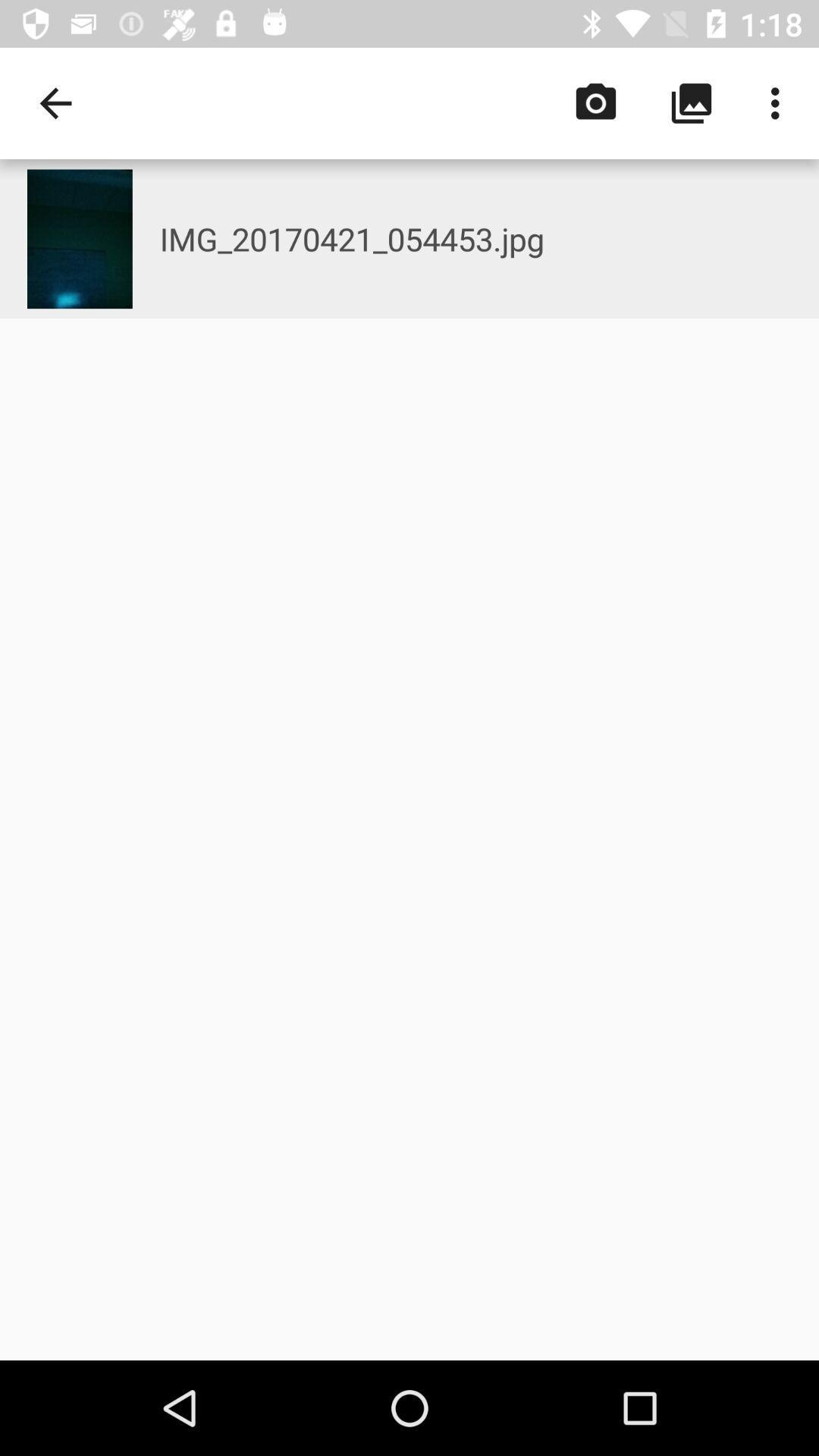 This screenshot has height=1456, width=819. I want to click on icon above img_20170421_054453.jpg, so click(779, 102).